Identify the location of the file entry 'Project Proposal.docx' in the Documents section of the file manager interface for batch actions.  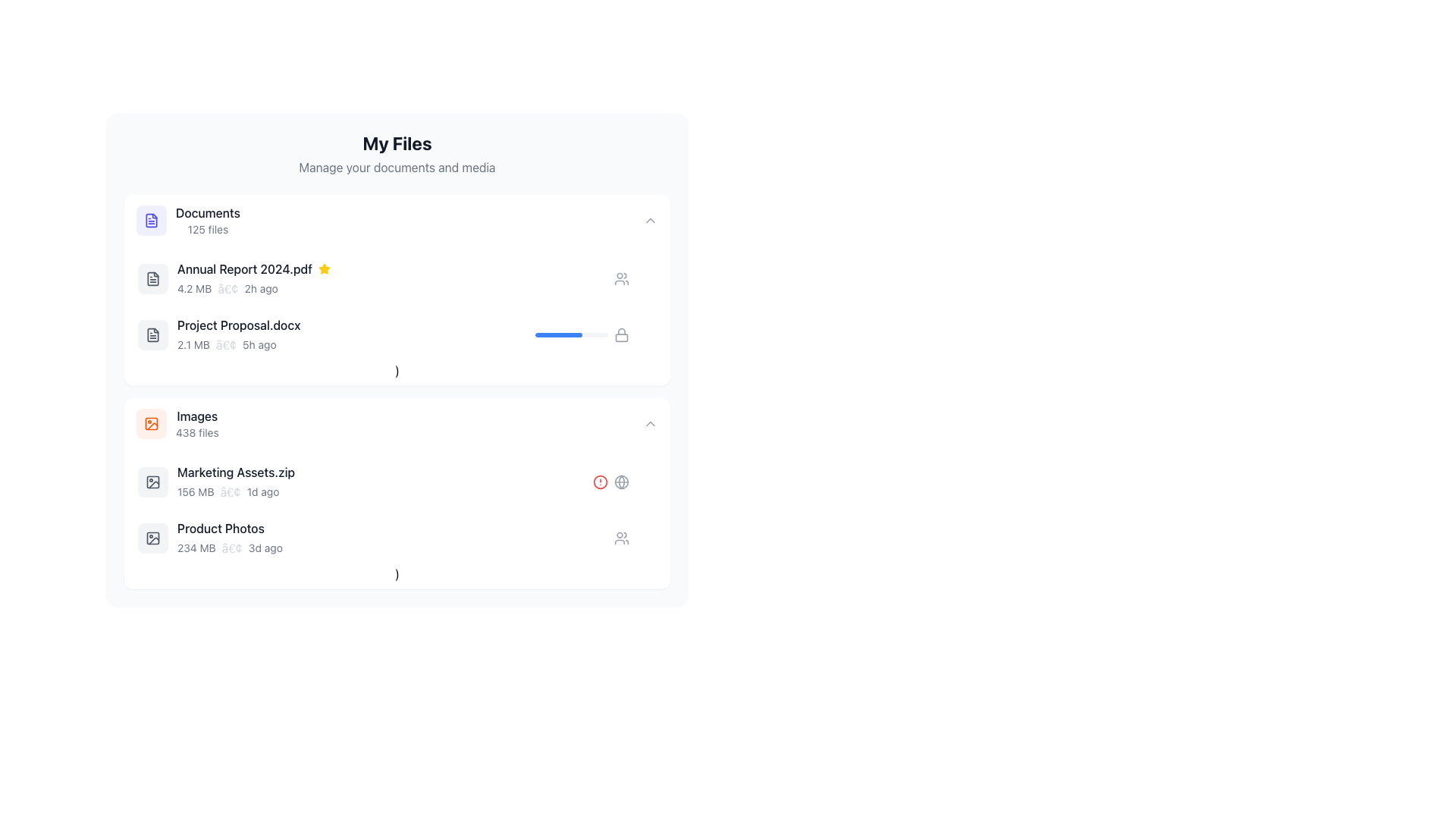
(336, 334).